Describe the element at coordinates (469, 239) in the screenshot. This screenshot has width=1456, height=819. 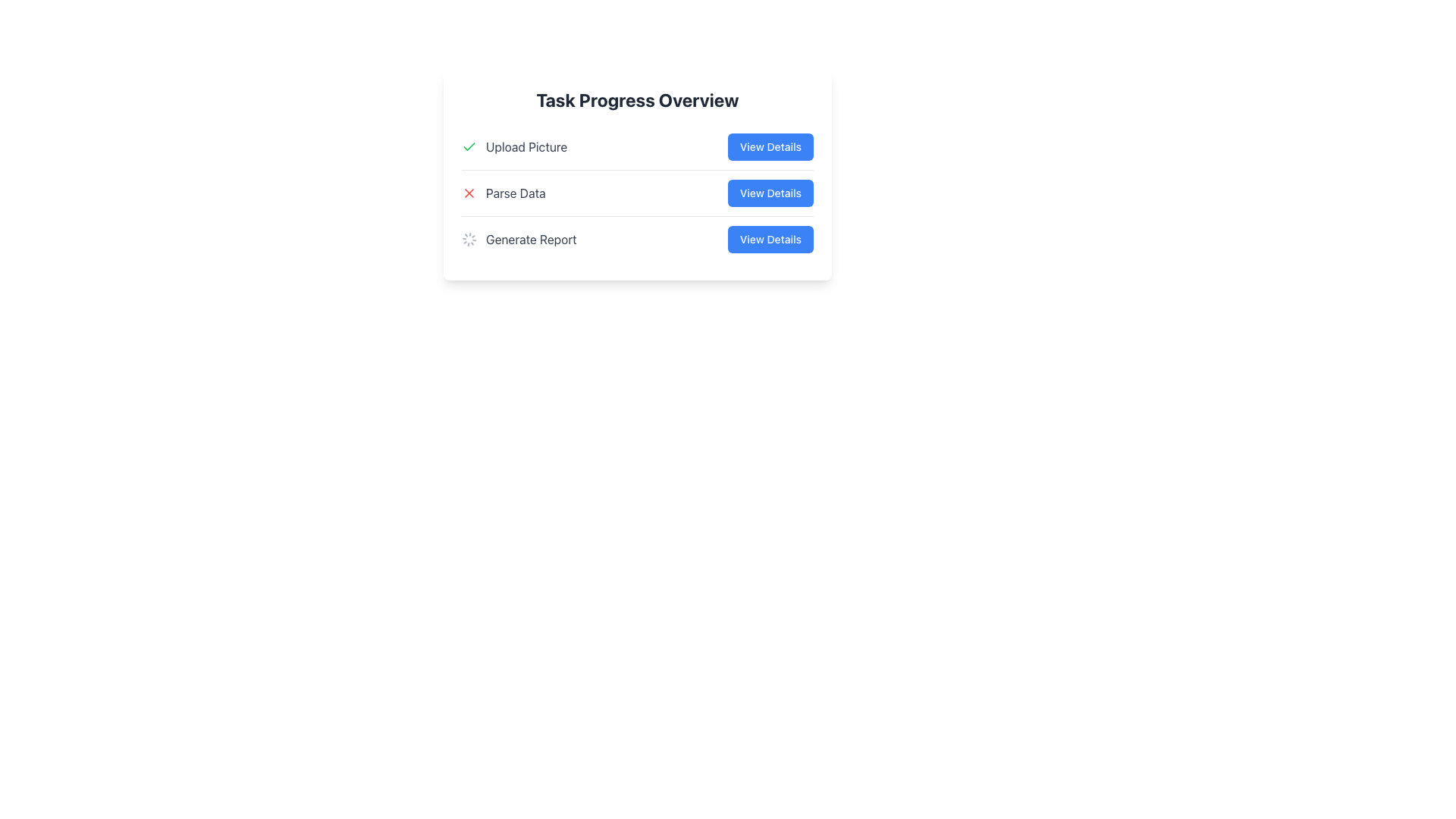
I see `the animation of the circular gray loading spinner positioned to the left of the 'Generate Report' text in the task list` at that location.